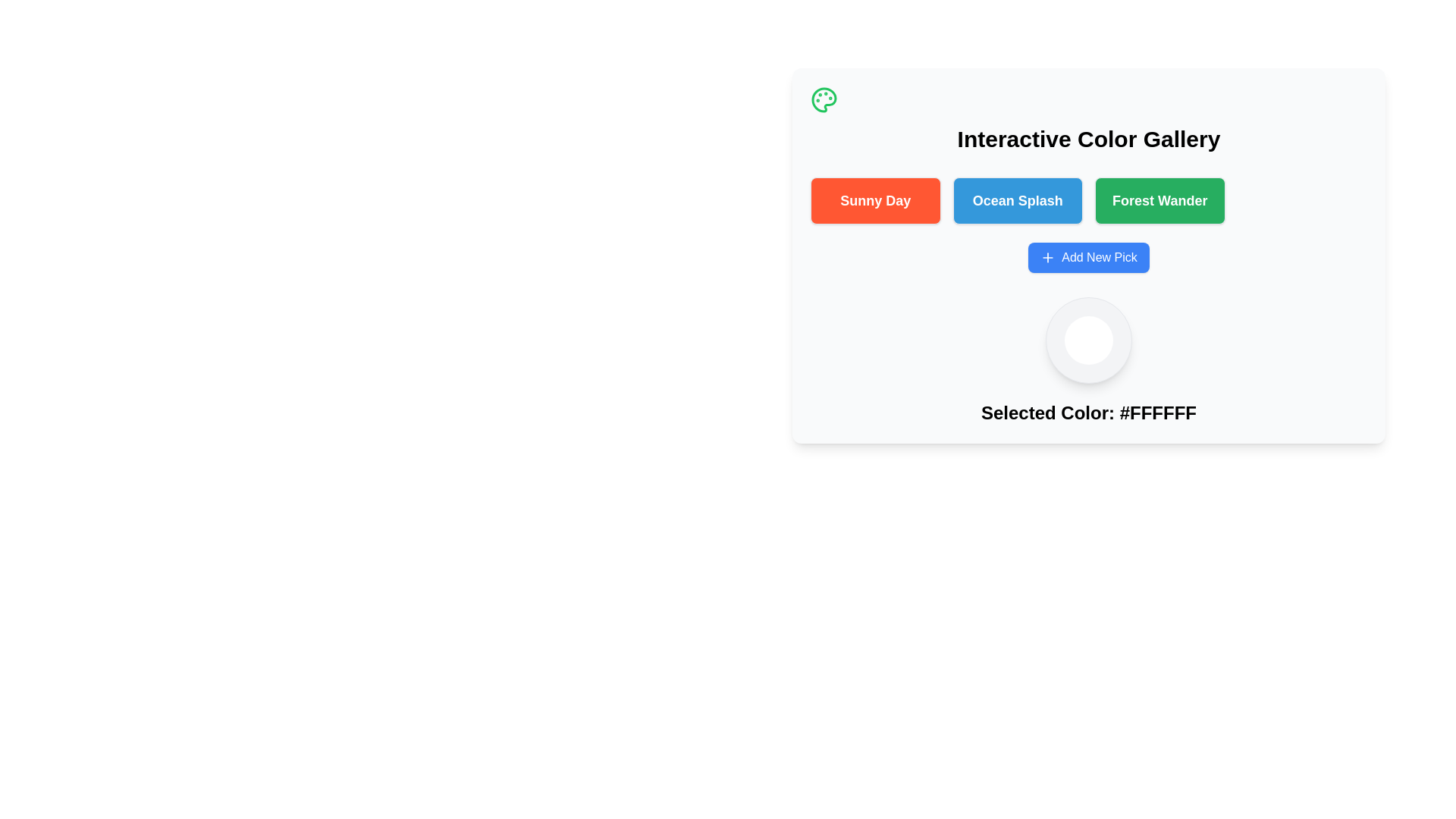  What do you see at coordinates (1087, 256) in the screenshot?
I see `the button labeled 'Add New Pick' which is located below the buttons 'Sunny Day,' 'Ocean Splash,' and 'Forest Wander,' and above the circular color selector` at bounding box center [1087, 256].